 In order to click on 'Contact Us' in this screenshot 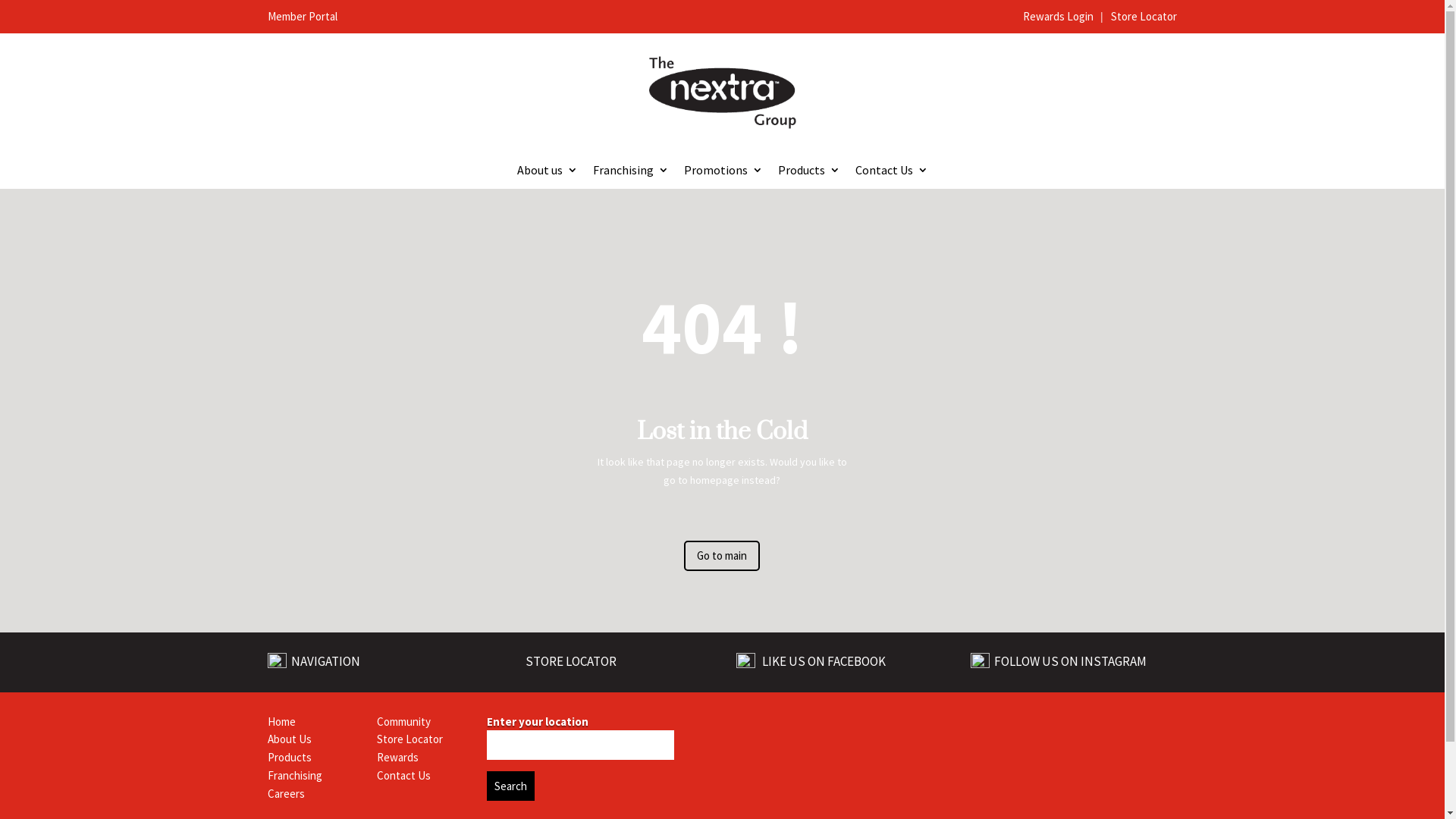, I will do `click(403, 775)`.